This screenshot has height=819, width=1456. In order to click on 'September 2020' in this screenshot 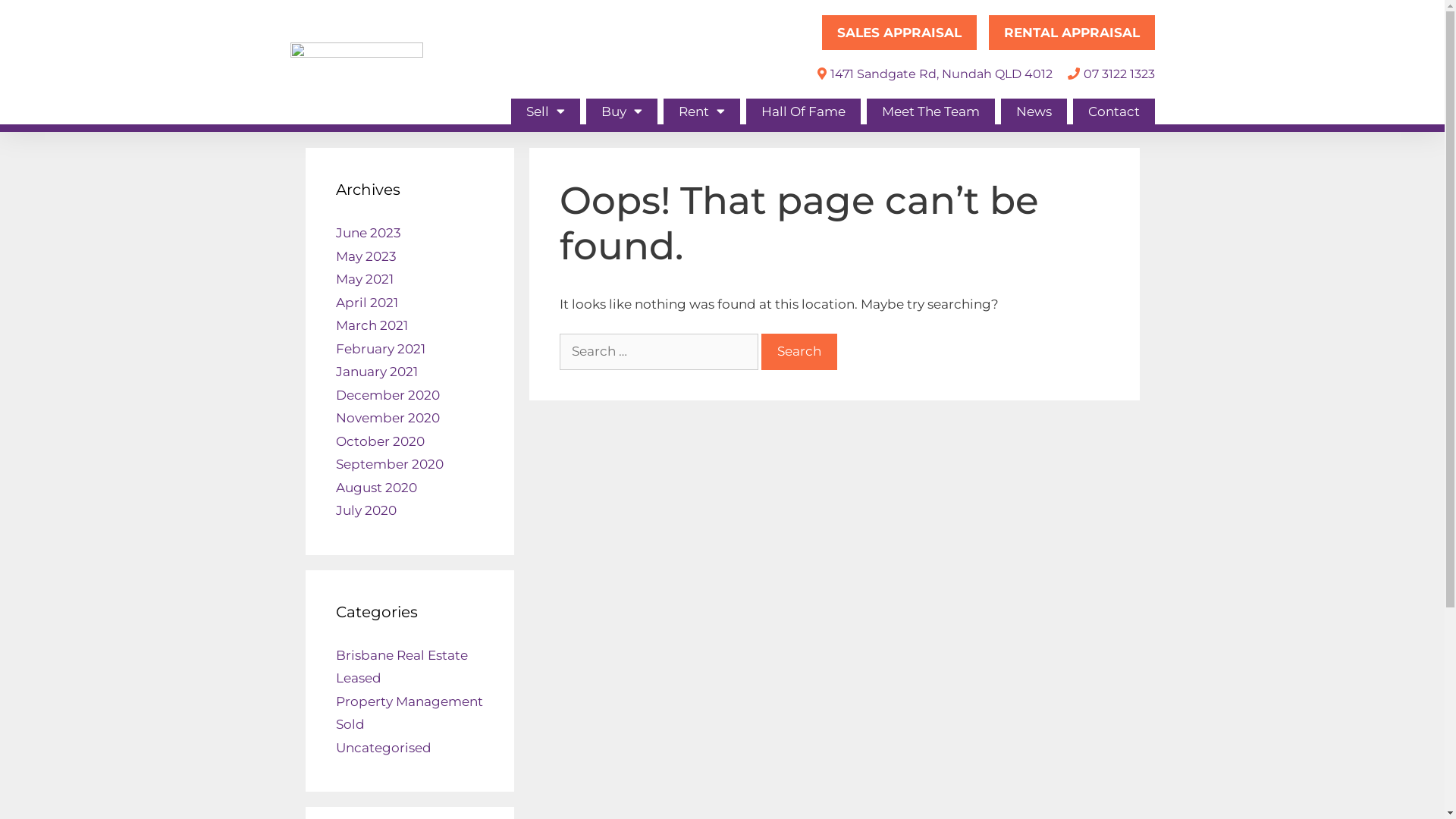, I will do `click(389, 463)`.